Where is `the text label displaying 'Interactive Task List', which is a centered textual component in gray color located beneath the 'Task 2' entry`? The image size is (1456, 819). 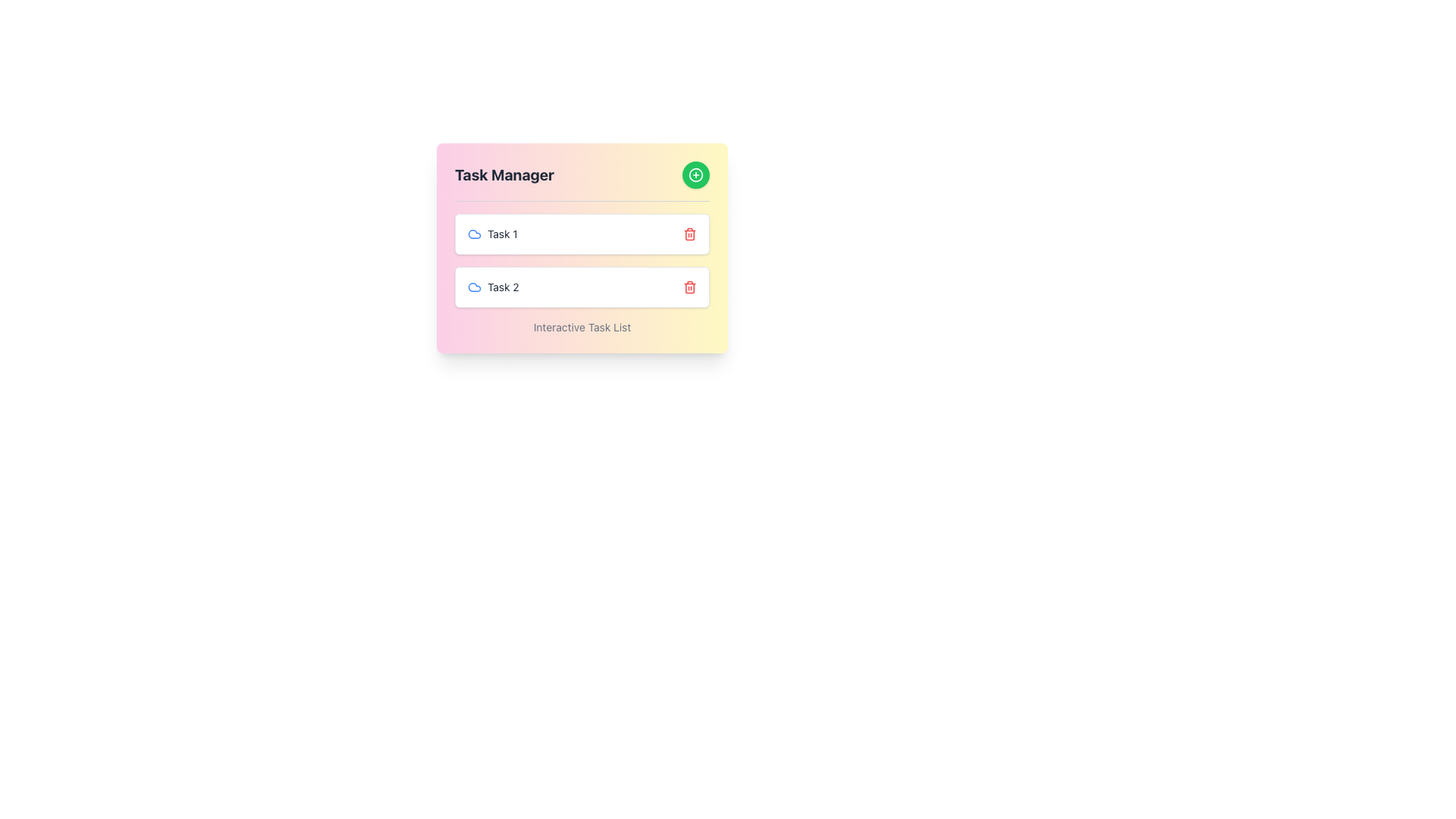
the text label displaying 'Interactive Task List', which is a centered textual component in gray color located beneath the 'Task 2' entry is located at coordinates (582, 327).